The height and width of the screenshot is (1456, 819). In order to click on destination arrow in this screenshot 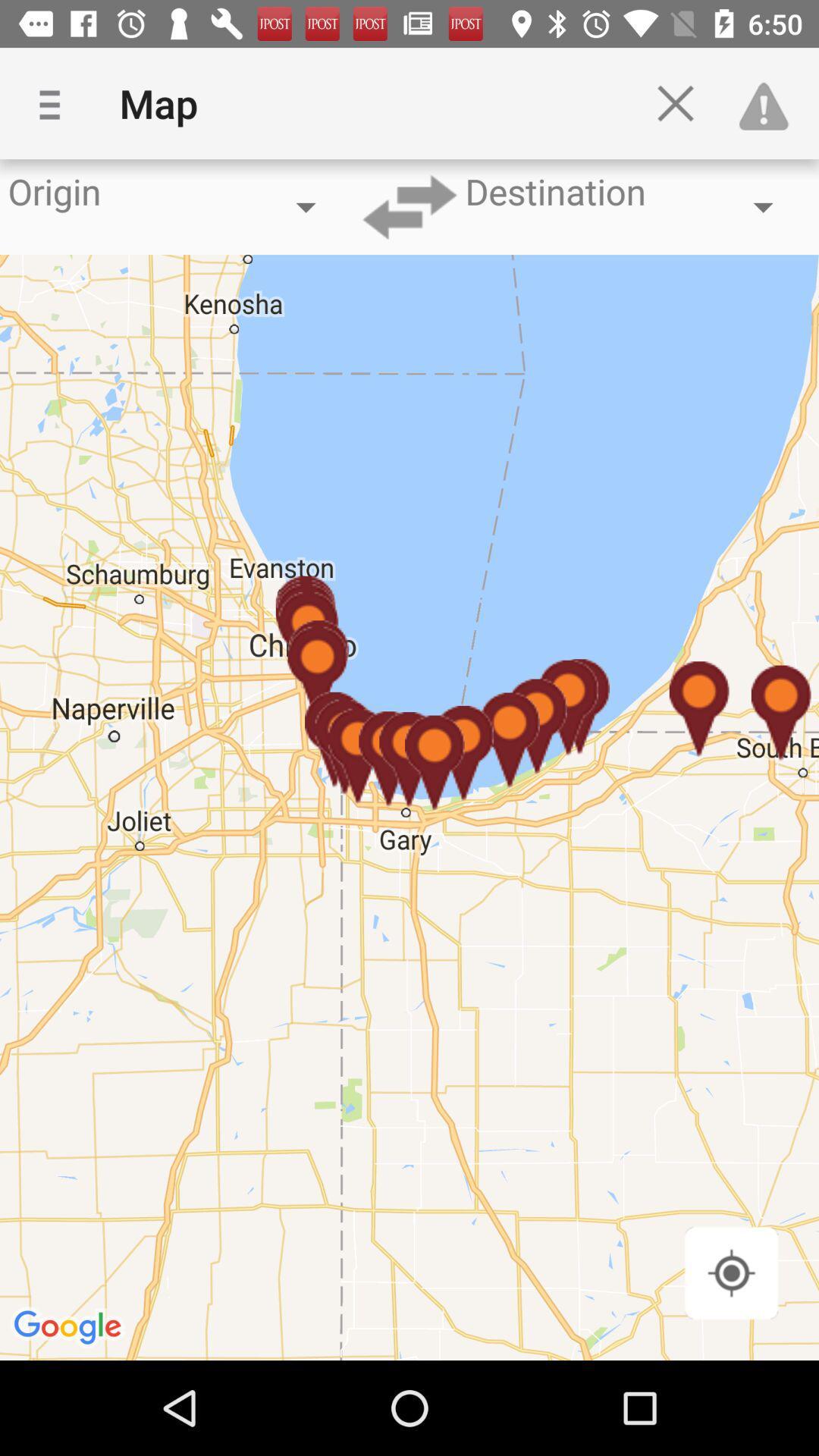, I will do `click(409, 206)`.